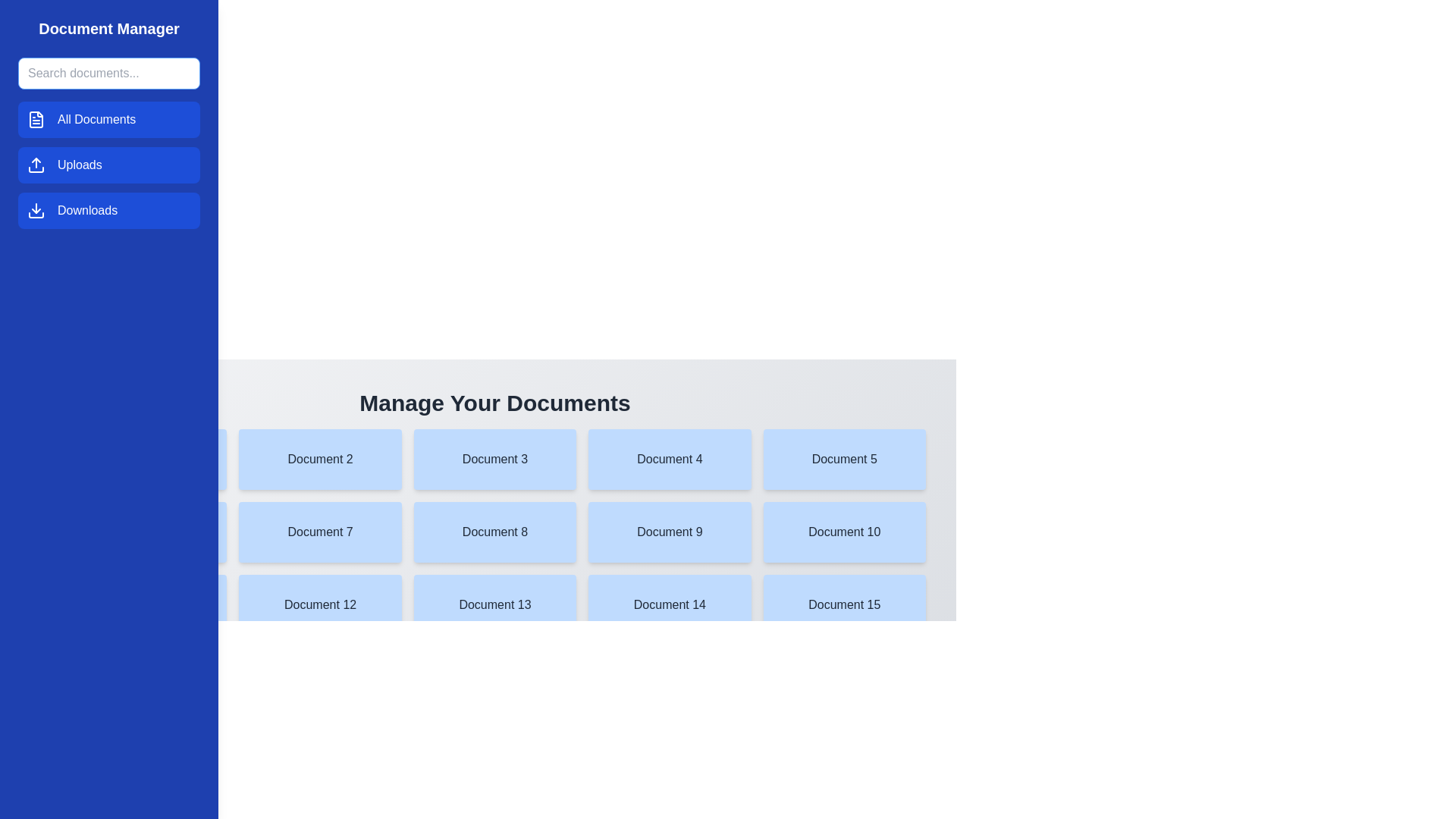  What do you see at coordinates (108, 165) in the screenshot?
I see `the document category Uploads from the list` at bounding box center [108, 165].